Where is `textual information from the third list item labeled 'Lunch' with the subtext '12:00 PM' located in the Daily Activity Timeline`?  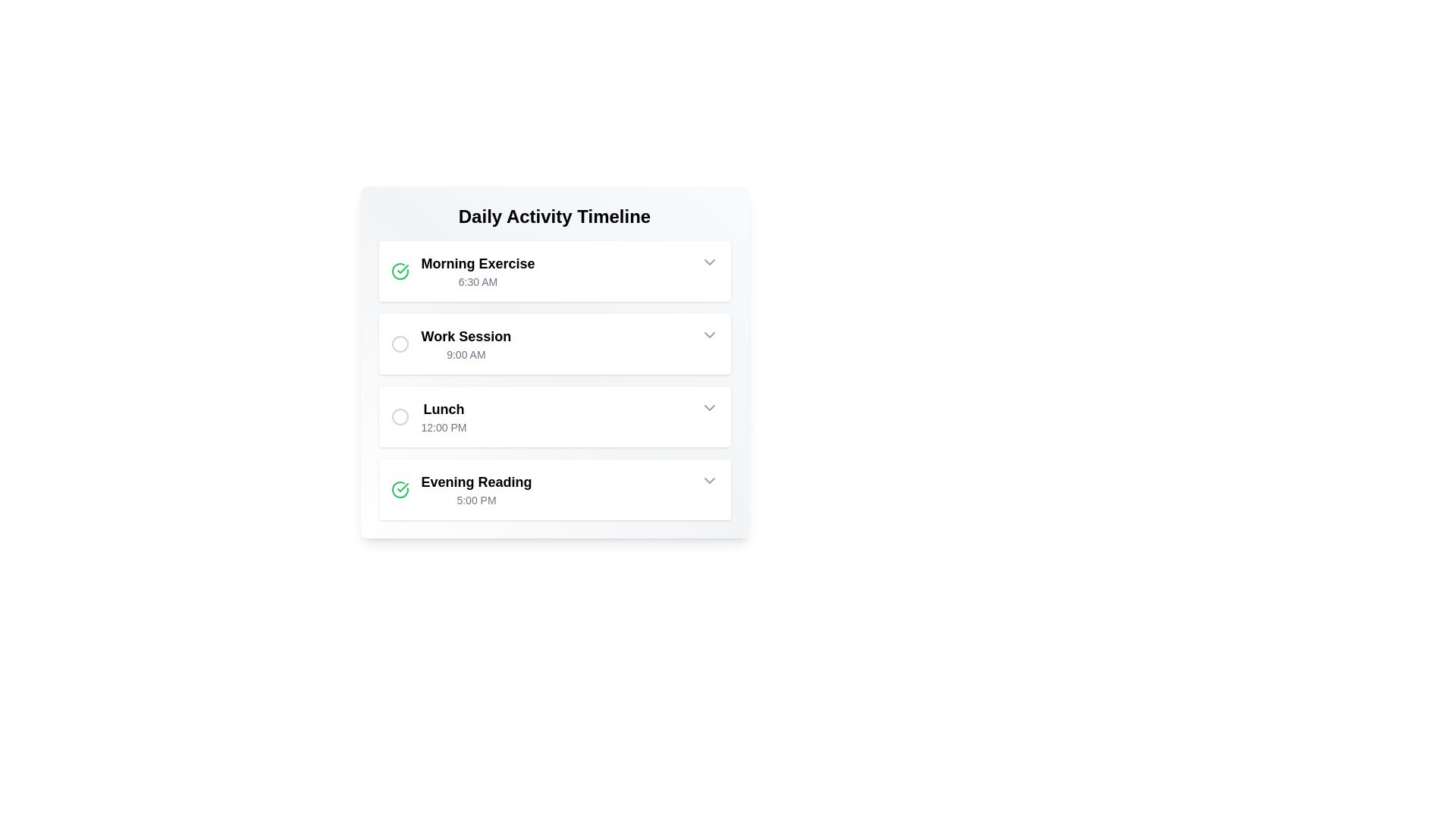 textual information from the third list item labeled 'Lunch' with the subtext '12:00 PM' located in the Daily Activity Timeline is located at coordinates (443, 417).